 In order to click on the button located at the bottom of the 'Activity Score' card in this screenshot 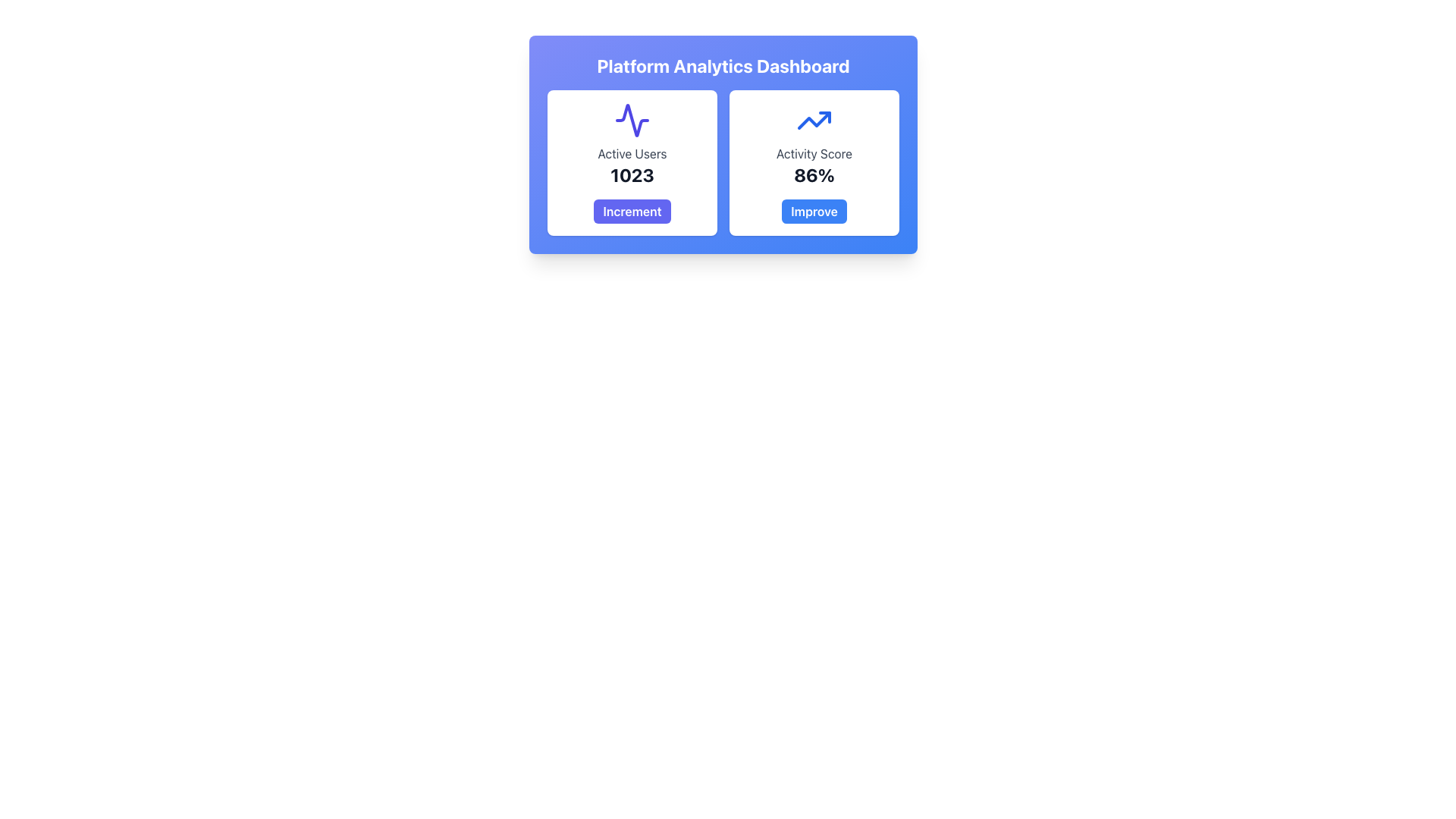, I will do `click(814, 211)`.